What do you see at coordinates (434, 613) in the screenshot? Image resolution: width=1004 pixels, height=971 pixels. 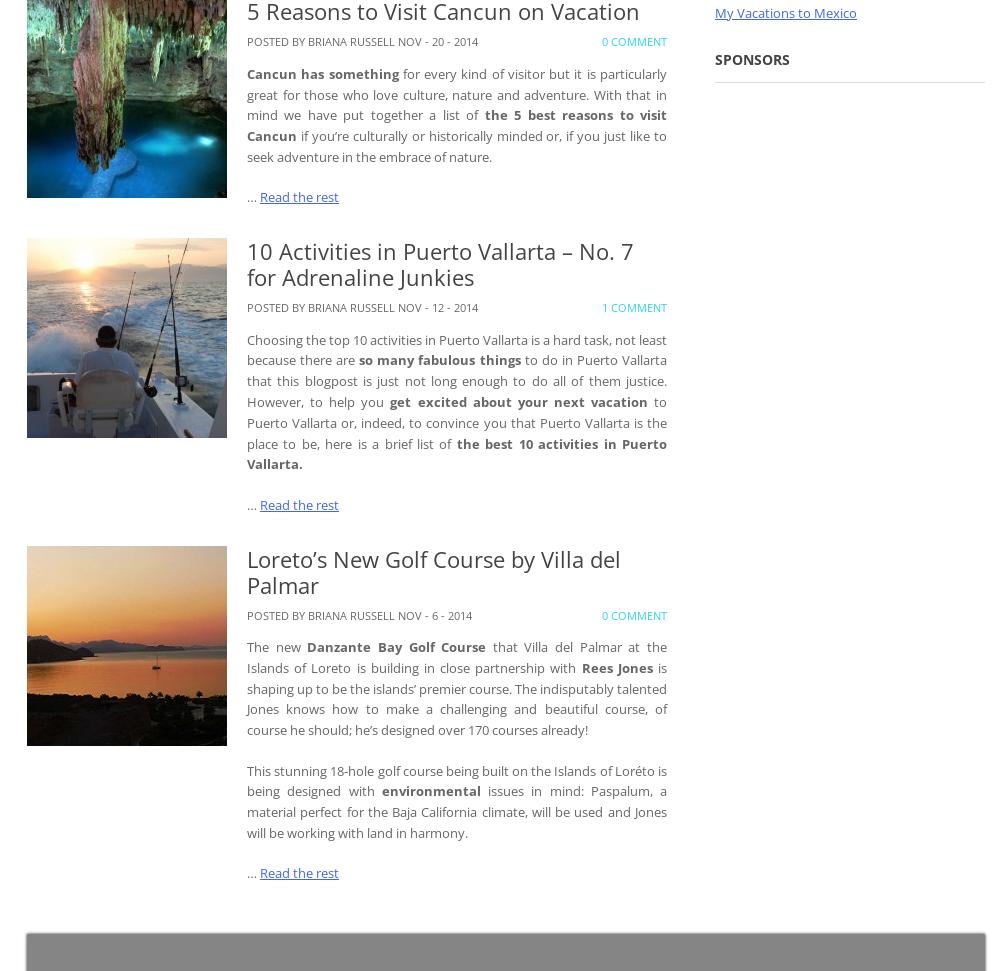 I see `'Nov - 6 - 2014'` at bounding box center [434, 613].